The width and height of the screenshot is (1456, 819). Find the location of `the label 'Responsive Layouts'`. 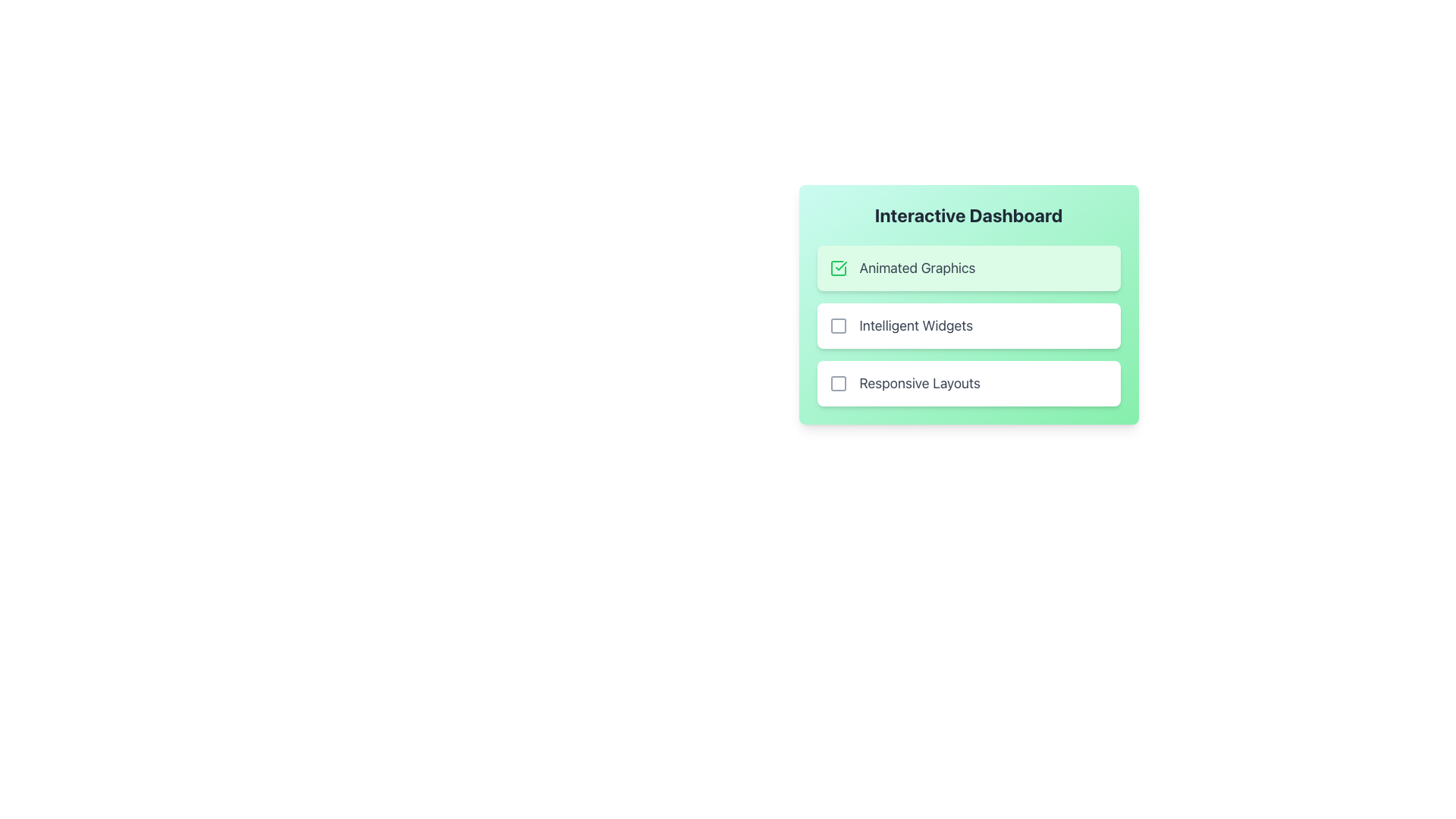

the label 'Responsive Layouts' is located at coordinates (905, 382).